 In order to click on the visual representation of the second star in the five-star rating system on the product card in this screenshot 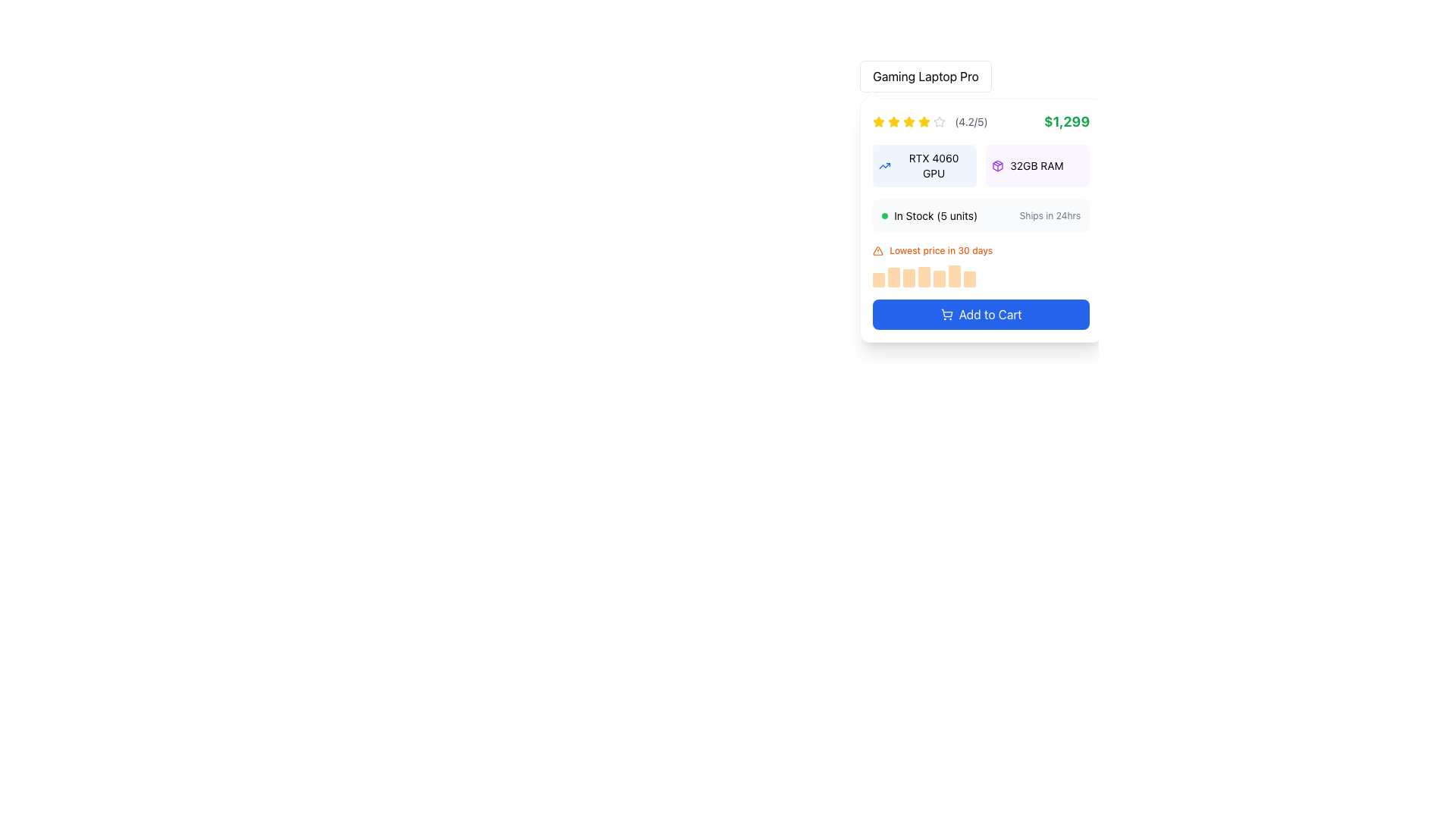, I will do `click(939, 121)`.